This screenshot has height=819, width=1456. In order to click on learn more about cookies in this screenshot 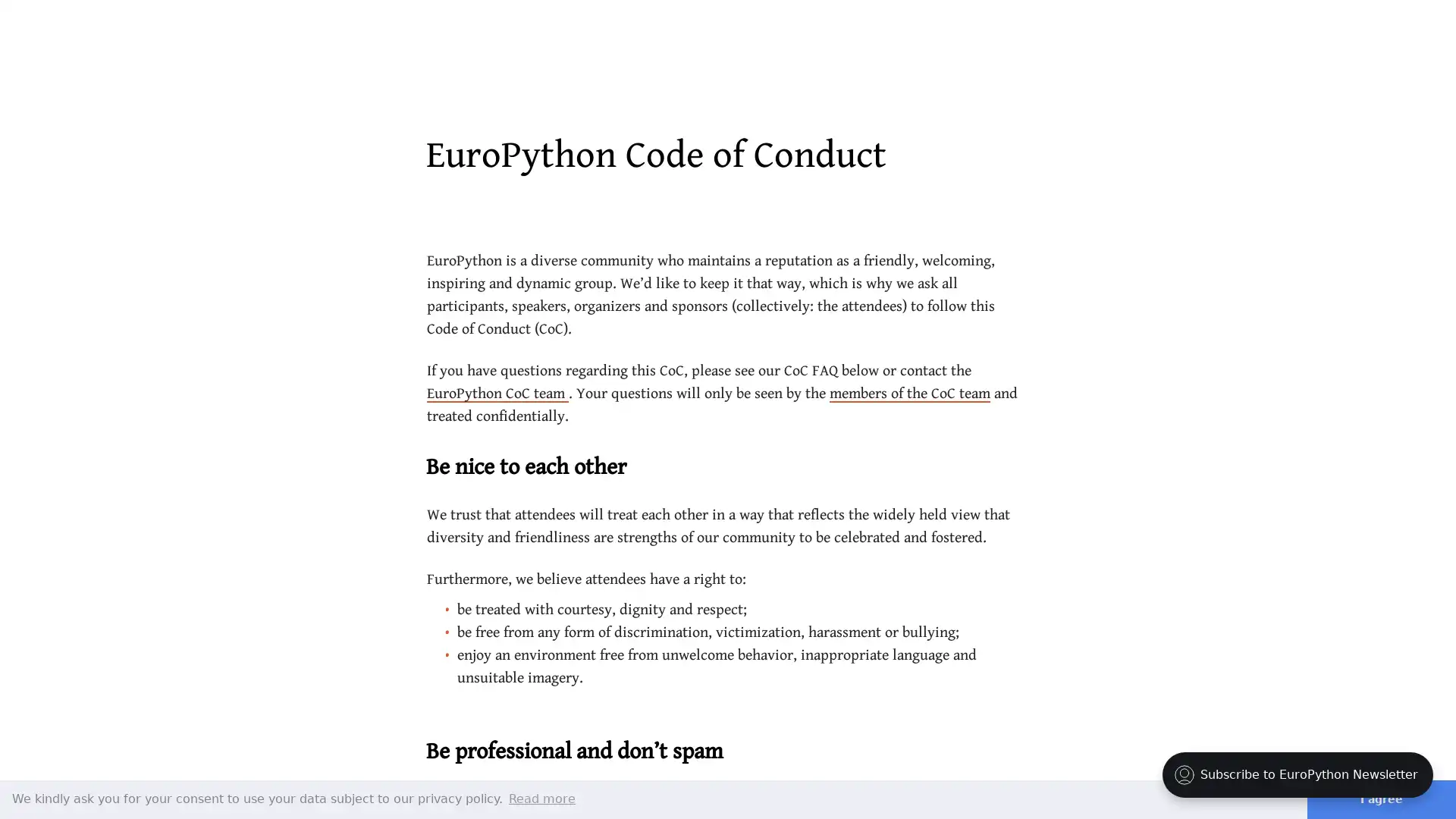, I will do `click(542, 798)`.